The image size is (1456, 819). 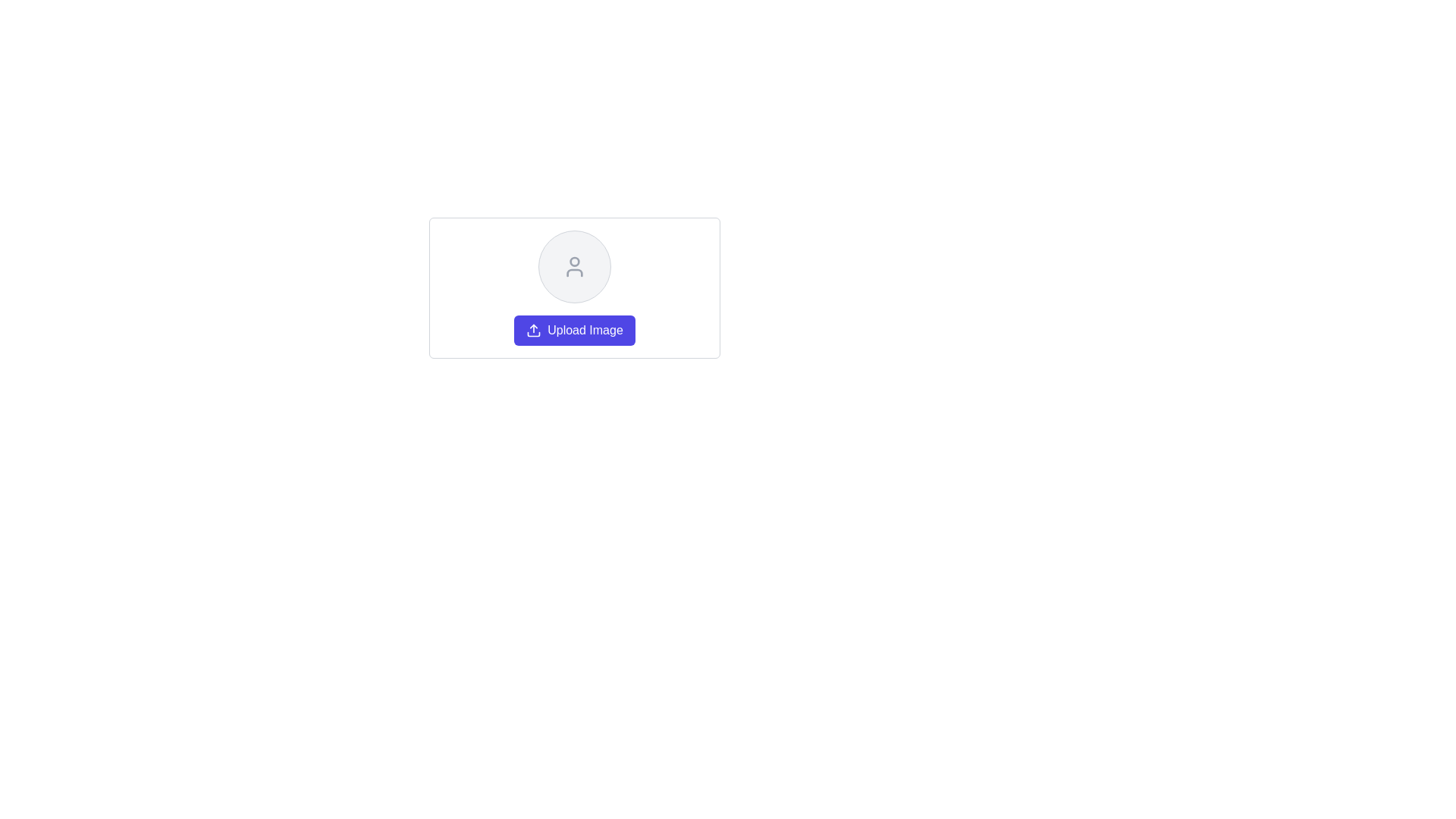 I want to click on the icon located to the left of the 'Upload Image' text within the clickable button, which is centrally positioned below a profile image placeholder, so click(x=534, y=329).